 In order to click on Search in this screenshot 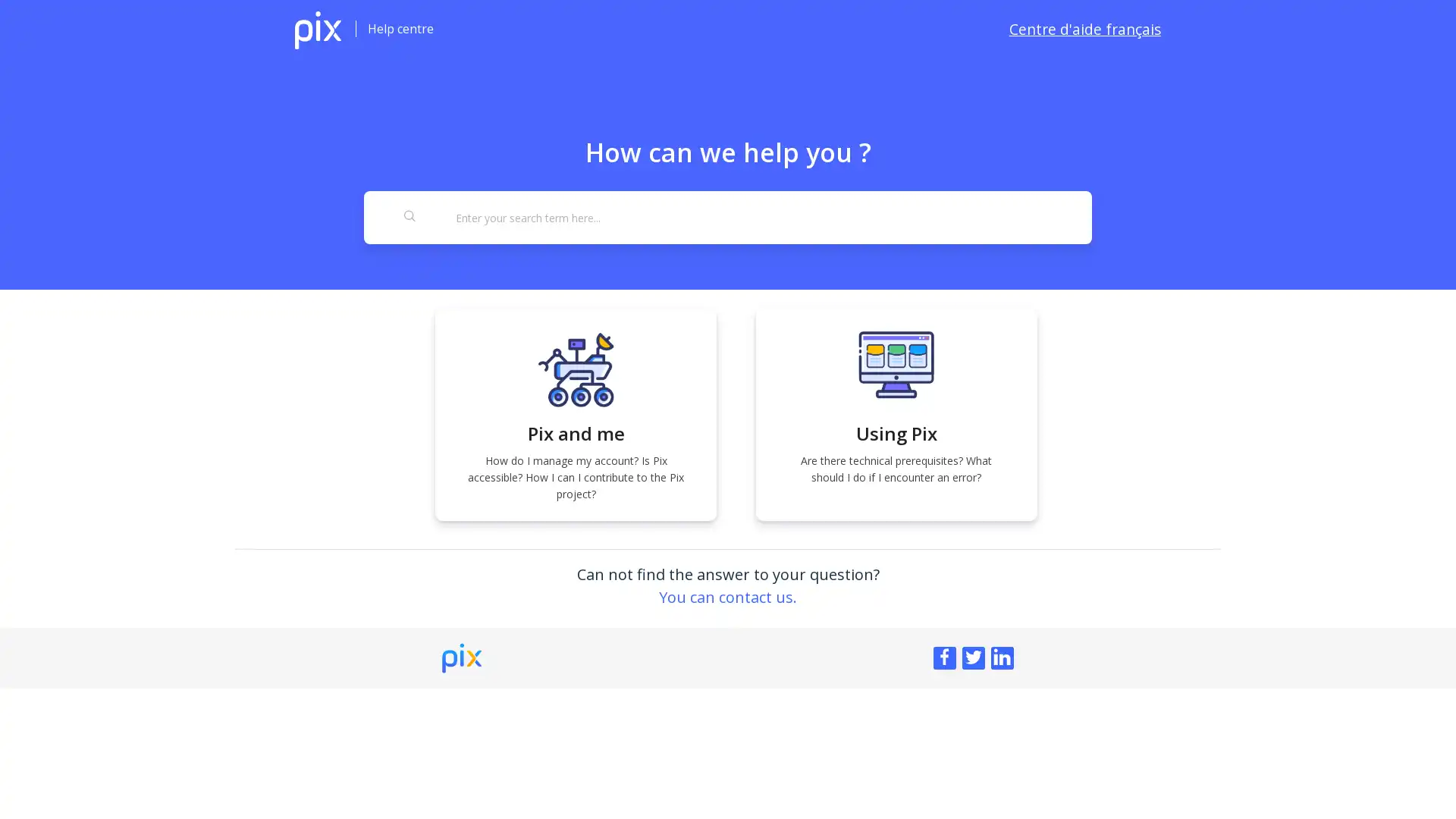, I will do `click(410, 217)`.